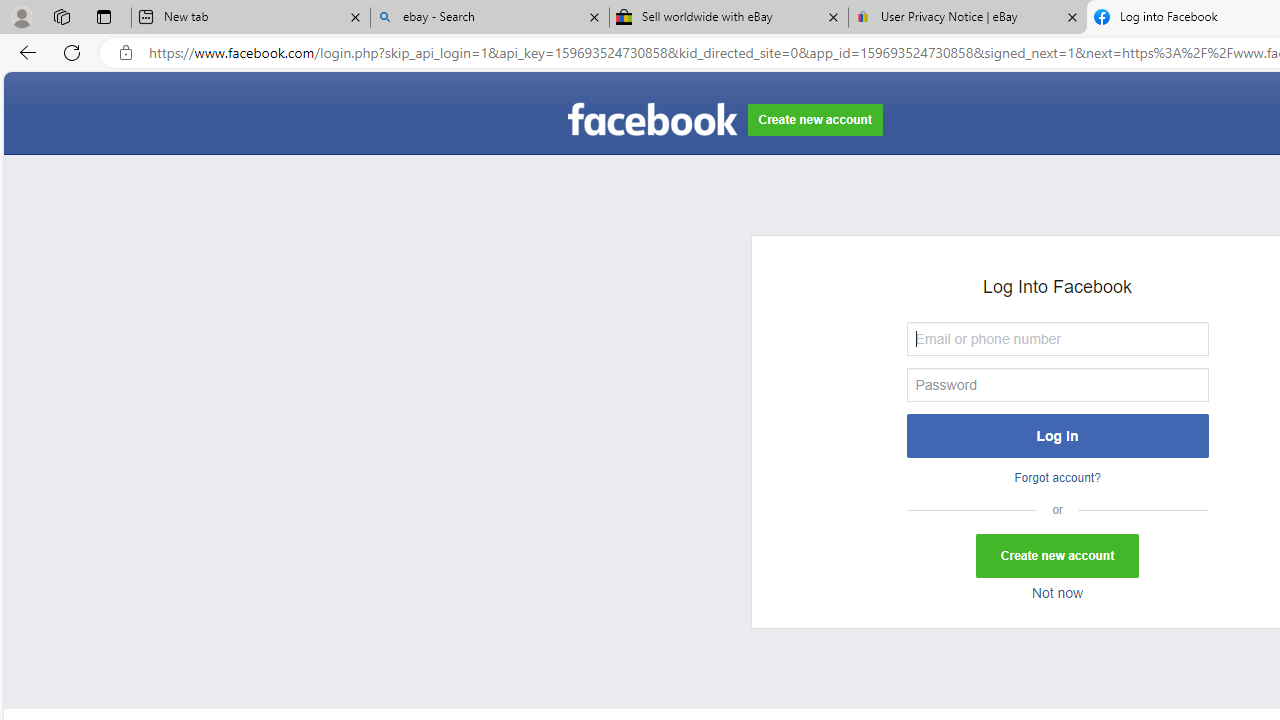 This screenshot has width=1280, height=720. What do you see at coordinates (967, 17) in the screenshot?
I see `'User Privacy Notice | eBay'` at bounding box center [967, 17].